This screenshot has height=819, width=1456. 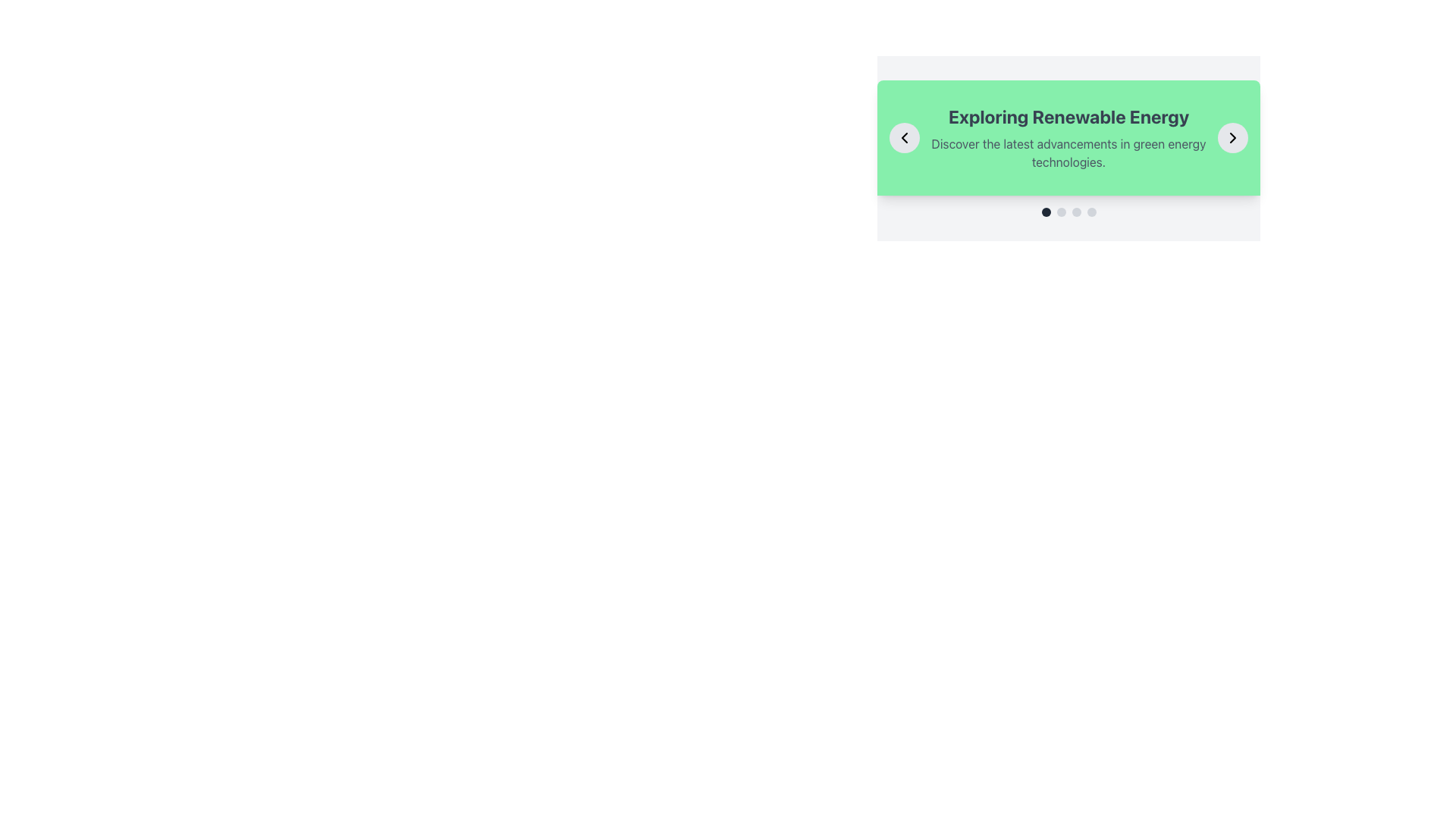 I want to click on text on the carousel slide which has a green background and contains the title 'Exploring Renewable Energy' and the subtitle 'Discover the latest advancements in green energy technologies.', so click(x=1068, y=149).